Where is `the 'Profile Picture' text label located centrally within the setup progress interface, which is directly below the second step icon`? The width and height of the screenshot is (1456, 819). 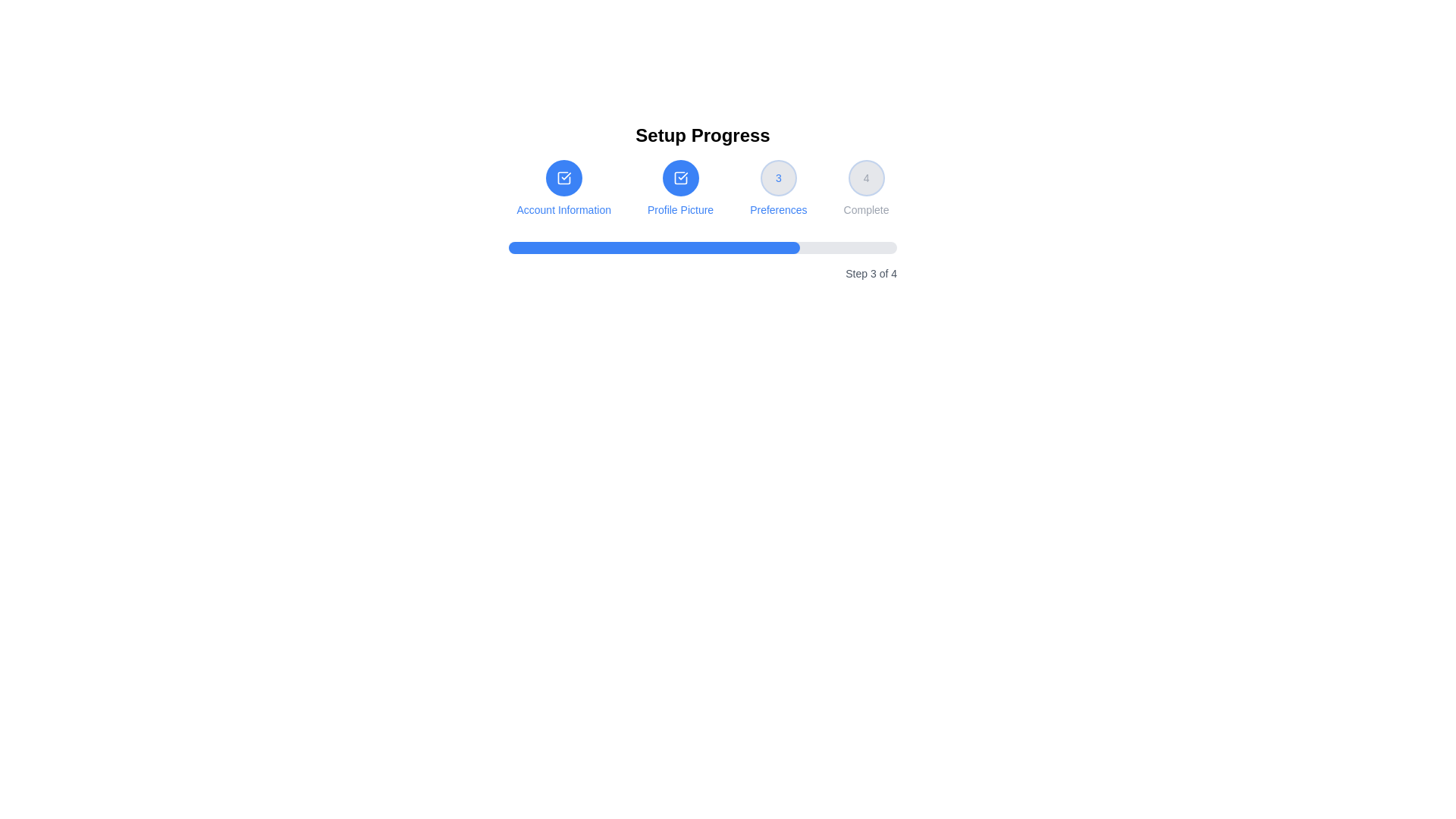 the 'Profile Picture' text label located centrally within the setup progress interface, which is directly below the second step icon is located at coordinates (679, 210).